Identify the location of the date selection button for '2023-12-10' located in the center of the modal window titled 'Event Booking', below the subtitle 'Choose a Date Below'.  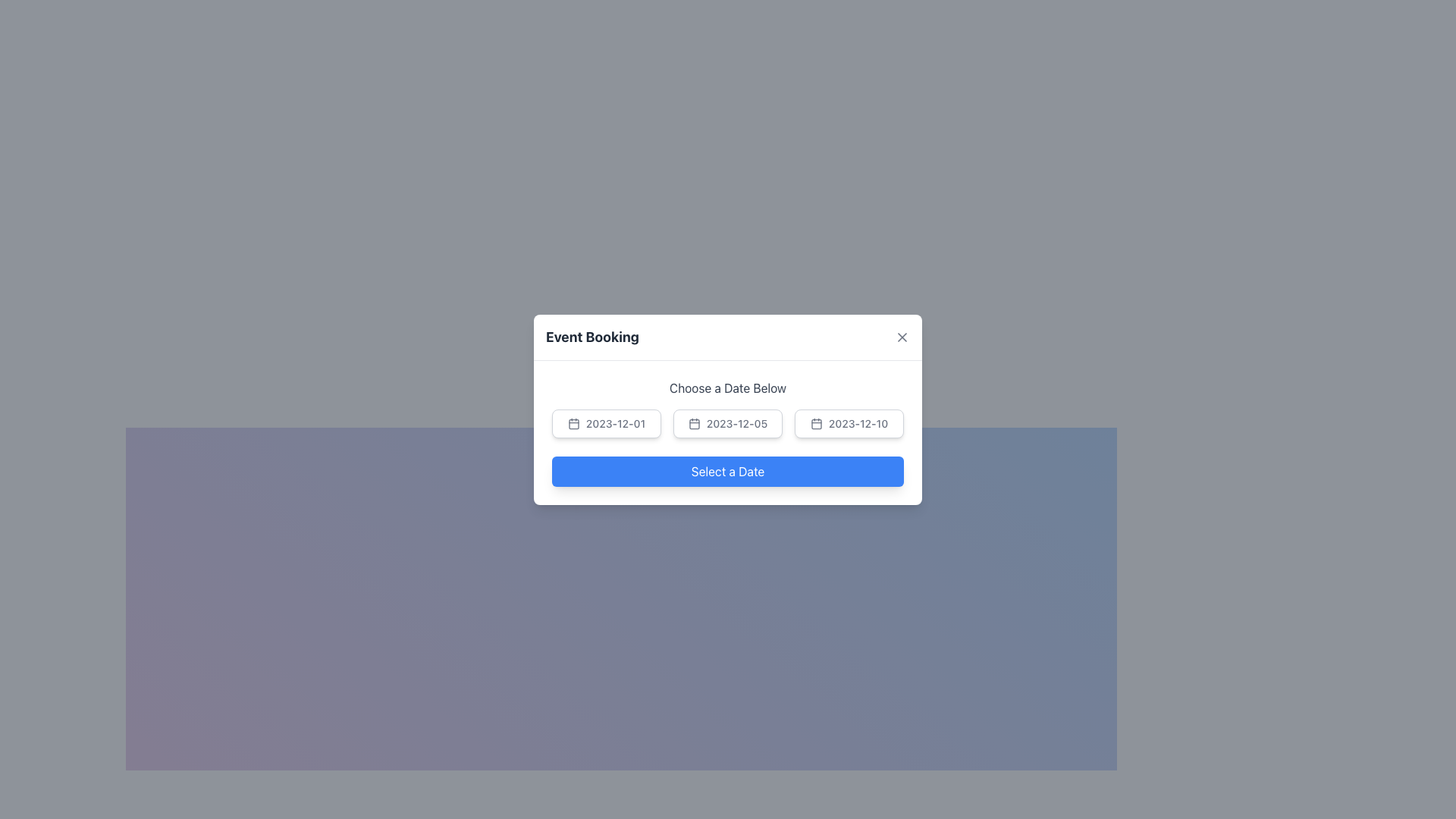
(848, 423).